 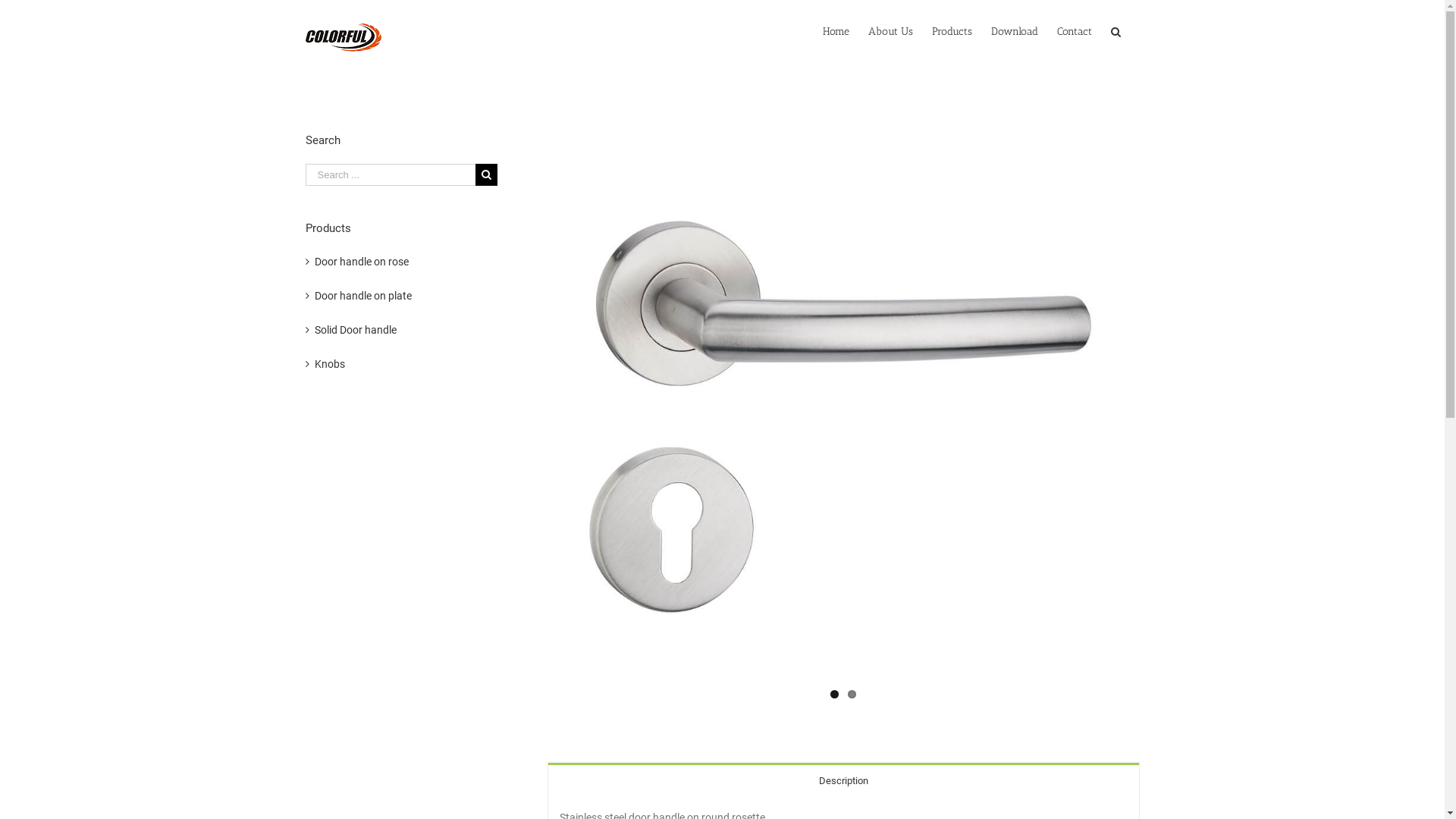 I want to click on 'Solid Door handle', so click(x=353, y=329).